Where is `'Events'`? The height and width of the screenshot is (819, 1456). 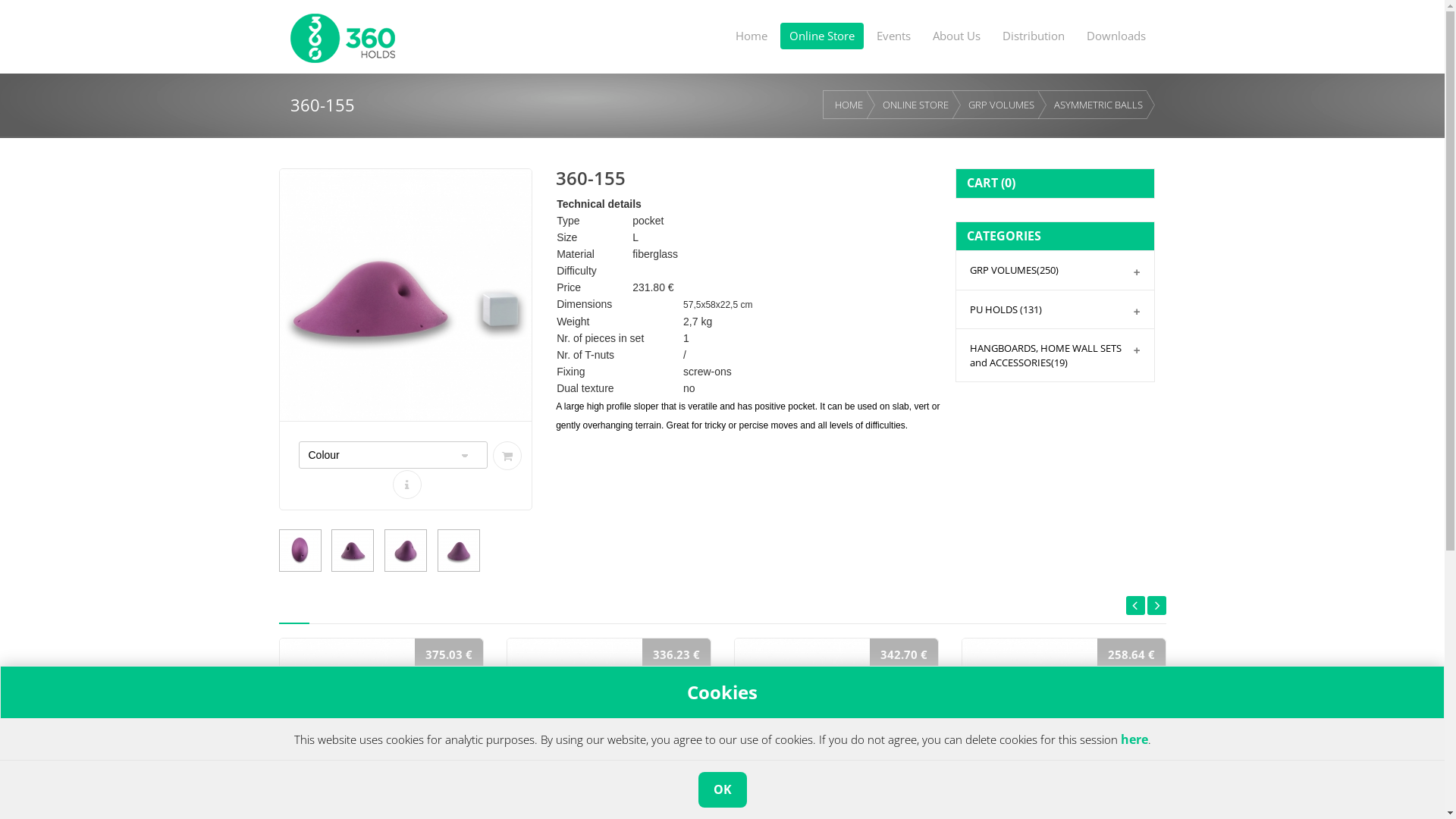
'Events' is located at coordinates (867, 35).